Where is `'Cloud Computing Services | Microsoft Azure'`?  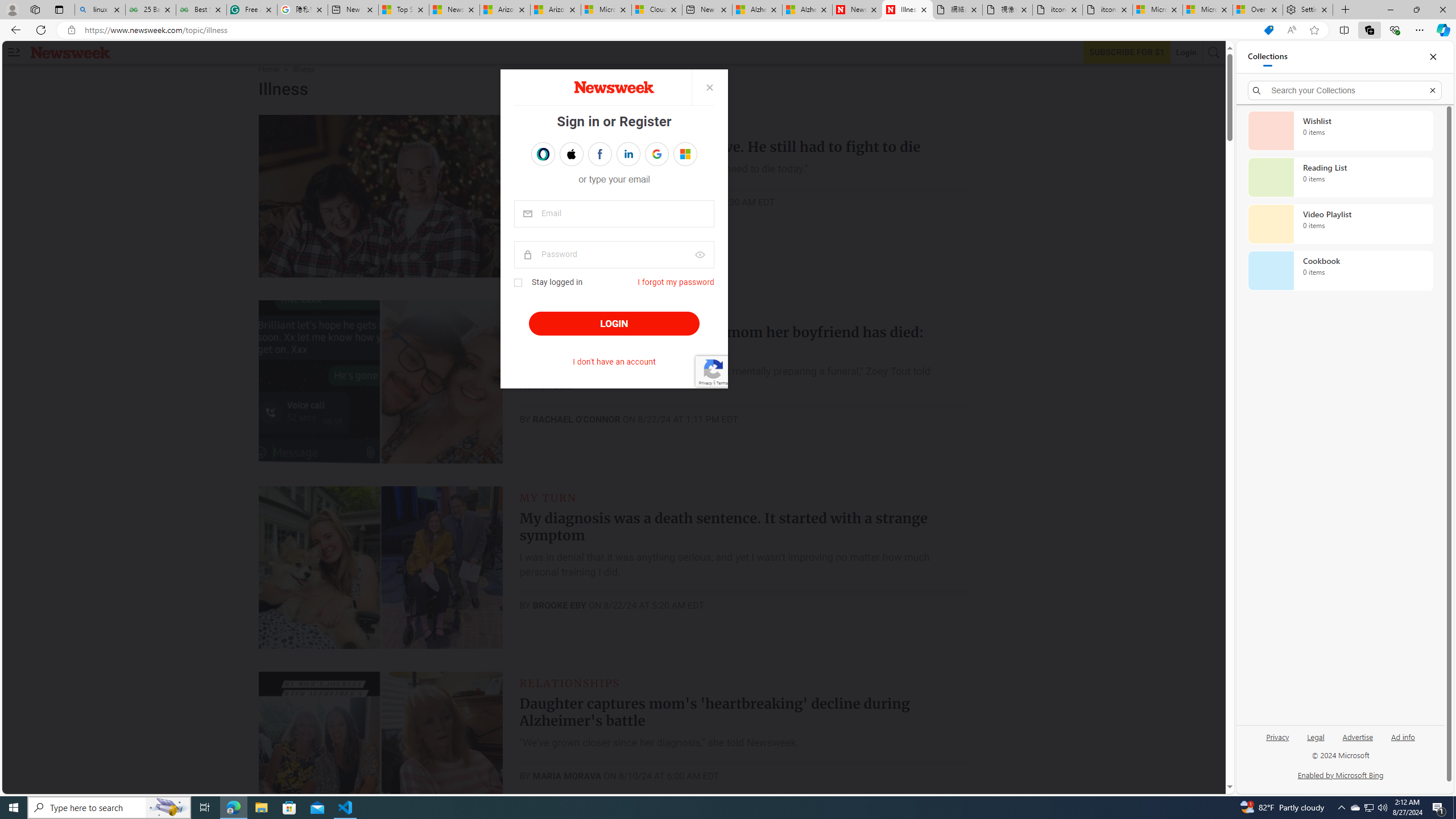
'Cloud Computing Services | Microsoft Azure' is located at coordinates (656, 9).